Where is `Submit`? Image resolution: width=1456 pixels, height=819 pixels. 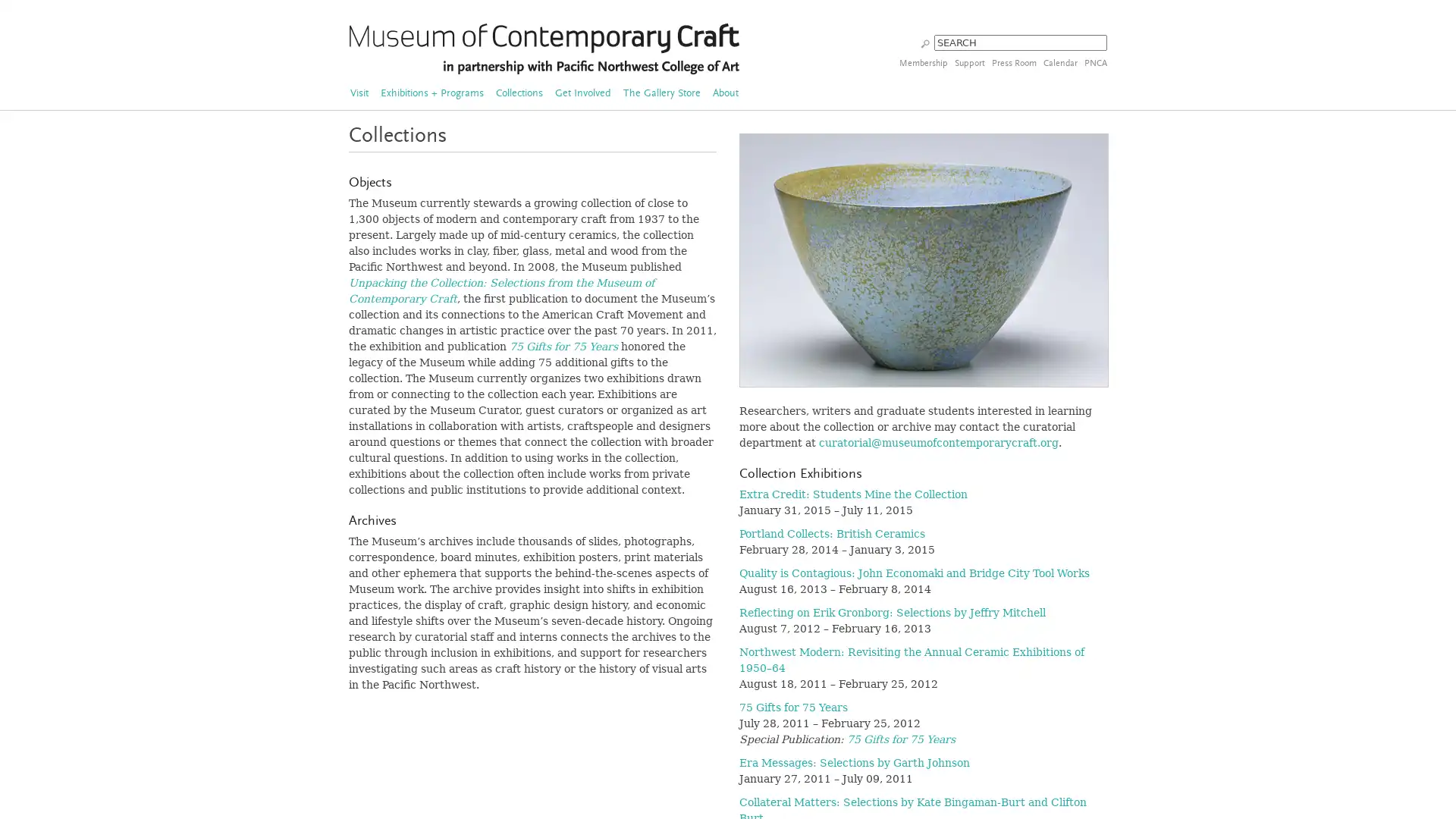
Submit is located at coordinates (924, 42).